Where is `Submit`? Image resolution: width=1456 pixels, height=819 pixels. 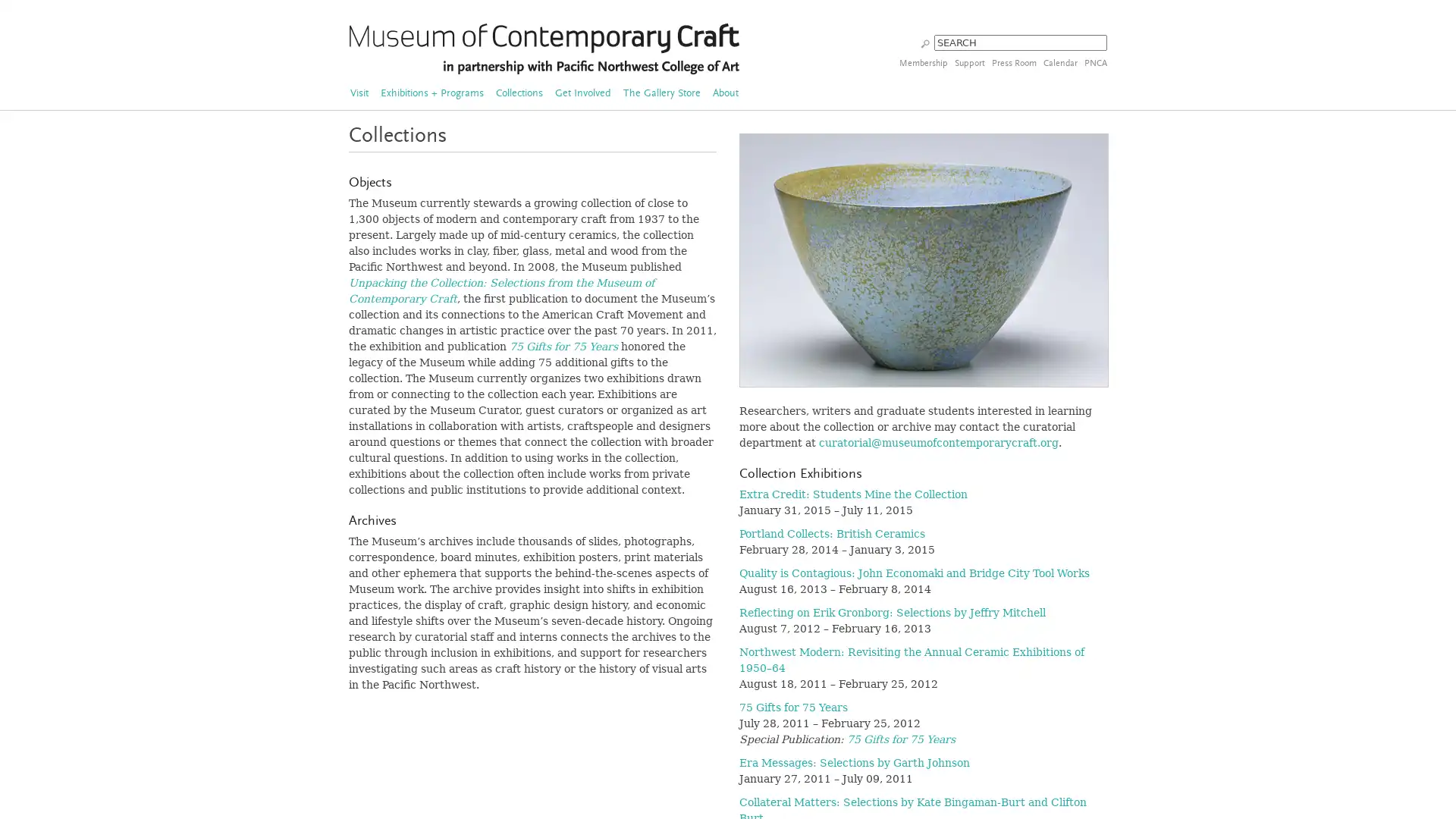
Submit is located at coordinates (924, 42).